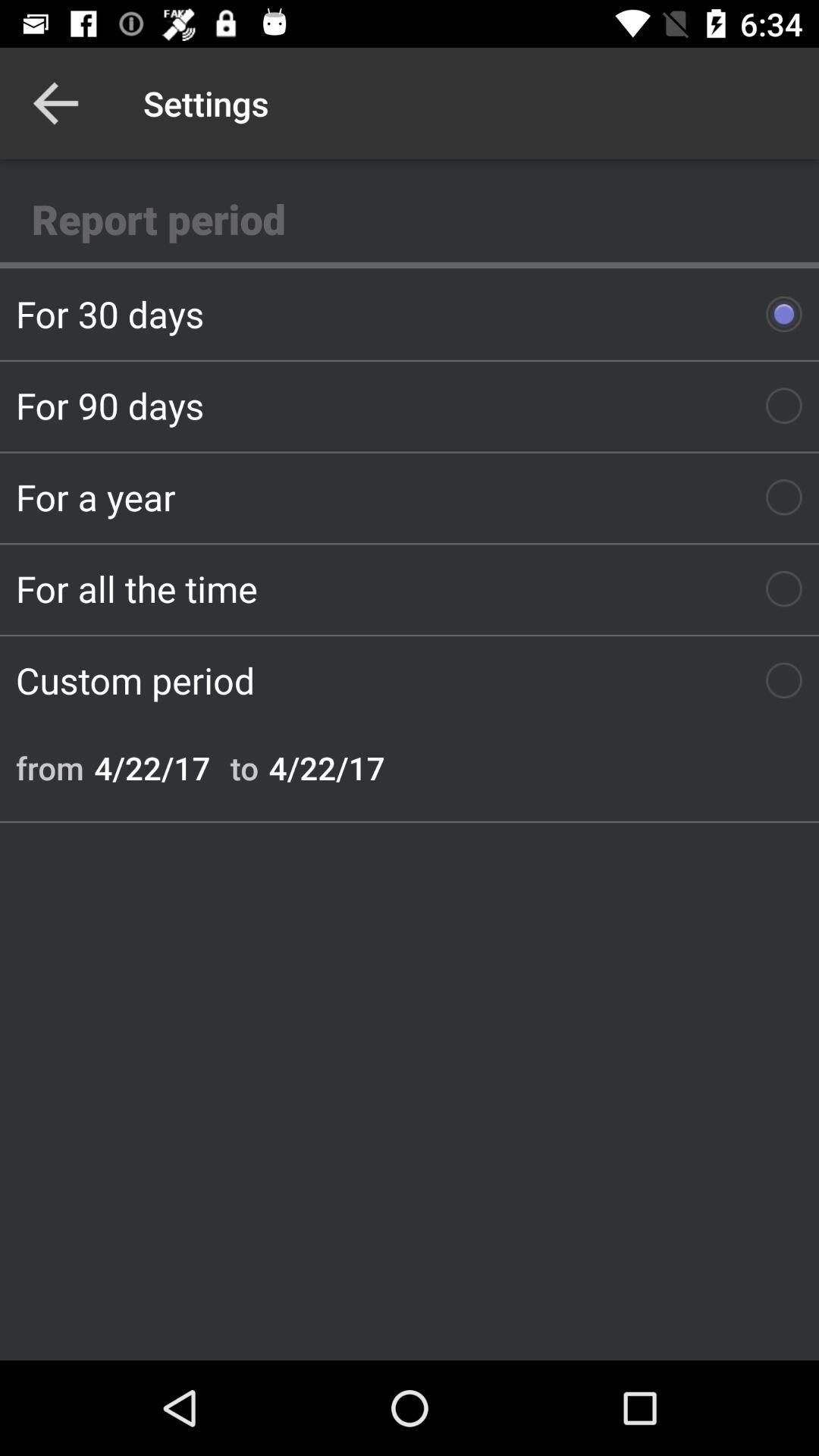 The image size is (819, 1456). I want to click on from item, so click(49, 767).